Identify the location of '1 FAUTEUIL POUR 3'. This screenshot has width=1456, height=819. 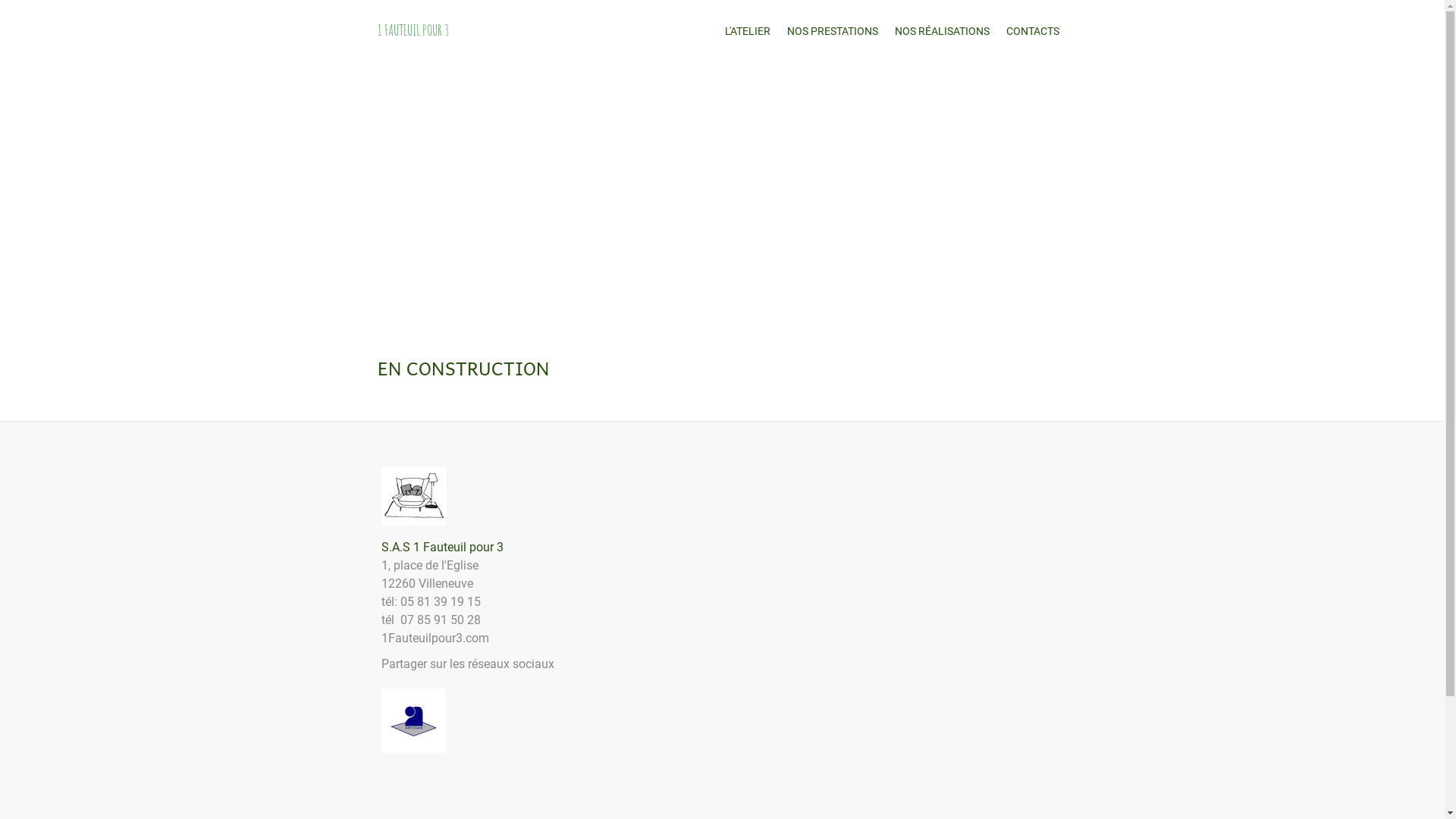
(413, 32).